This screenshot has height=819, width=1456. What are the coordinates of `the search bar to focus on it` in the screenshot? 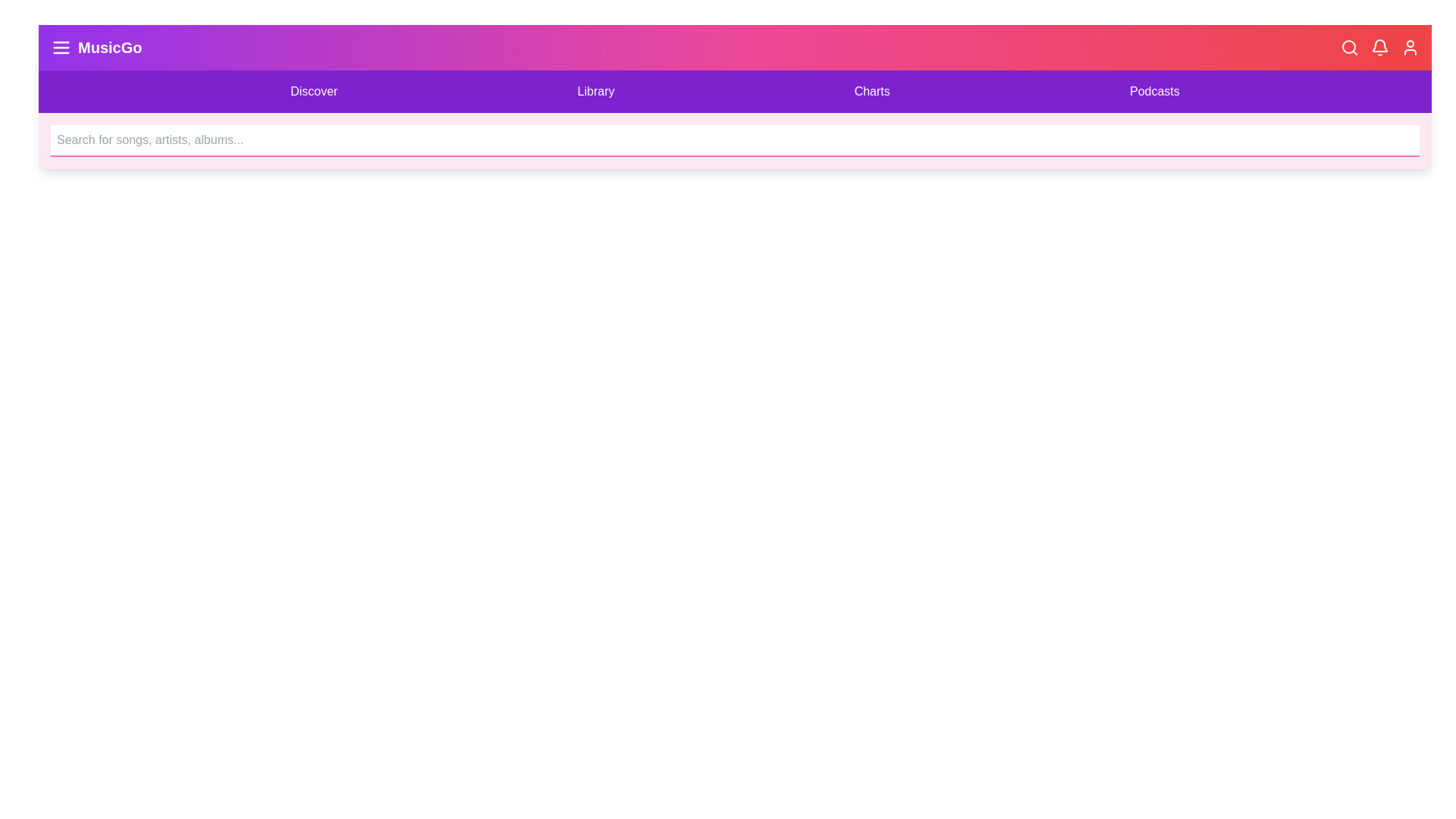 It's located at (735, 140).